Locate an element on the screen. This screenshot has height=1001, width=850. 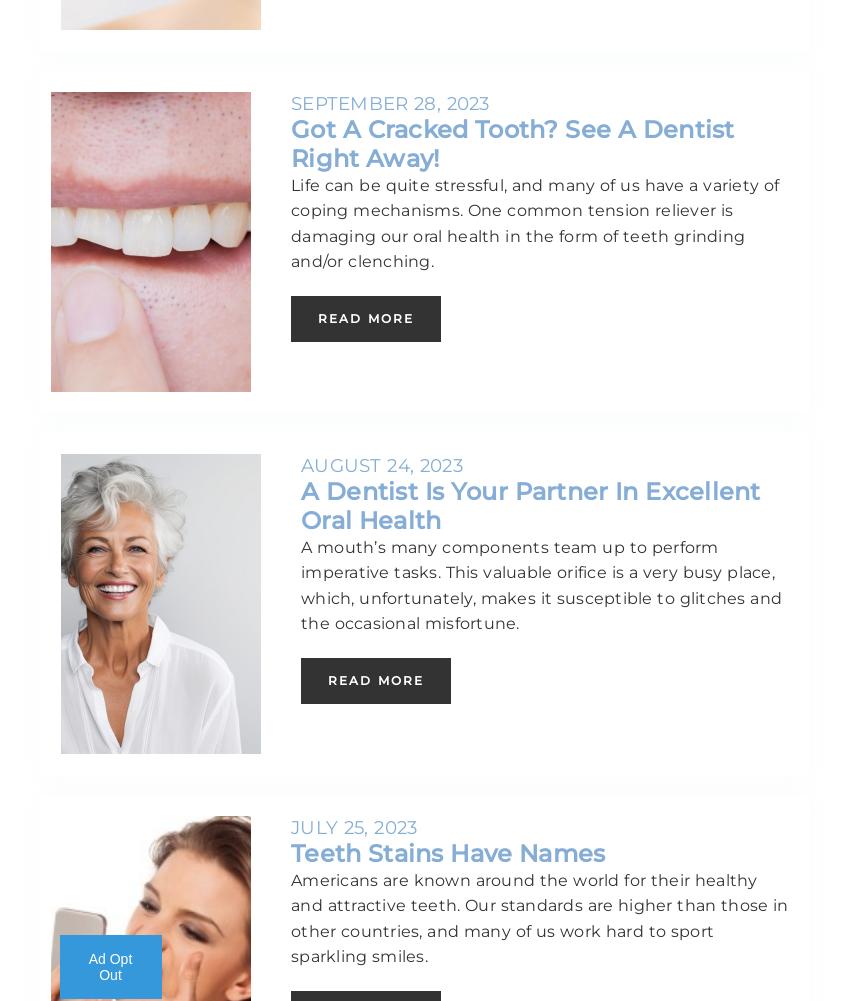
'Life can be quite stressful, and many of us have a variety of coping mechanisms.  One common tension reliever is damaging our oral health in the form of teeth grinding and/or clenching.' is located at coordinates (533, 222).